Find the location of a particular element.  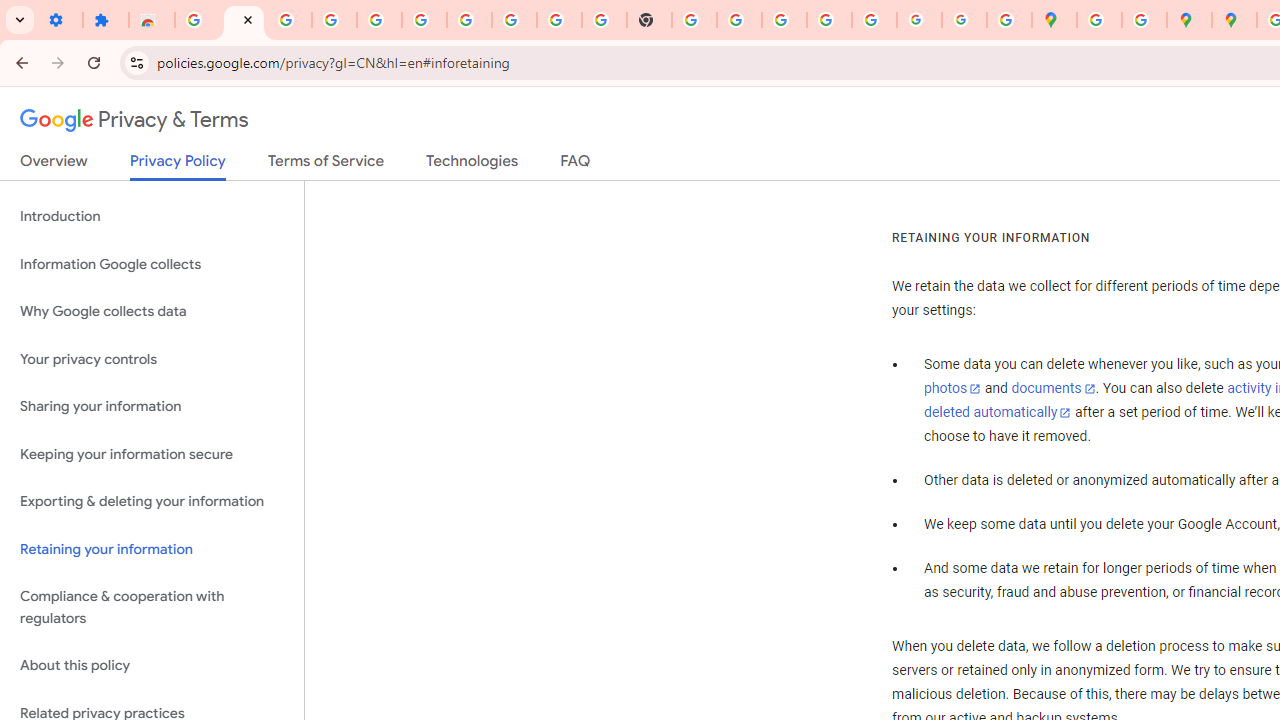

'Why Google collects data' is located at coordinates (151, 312).